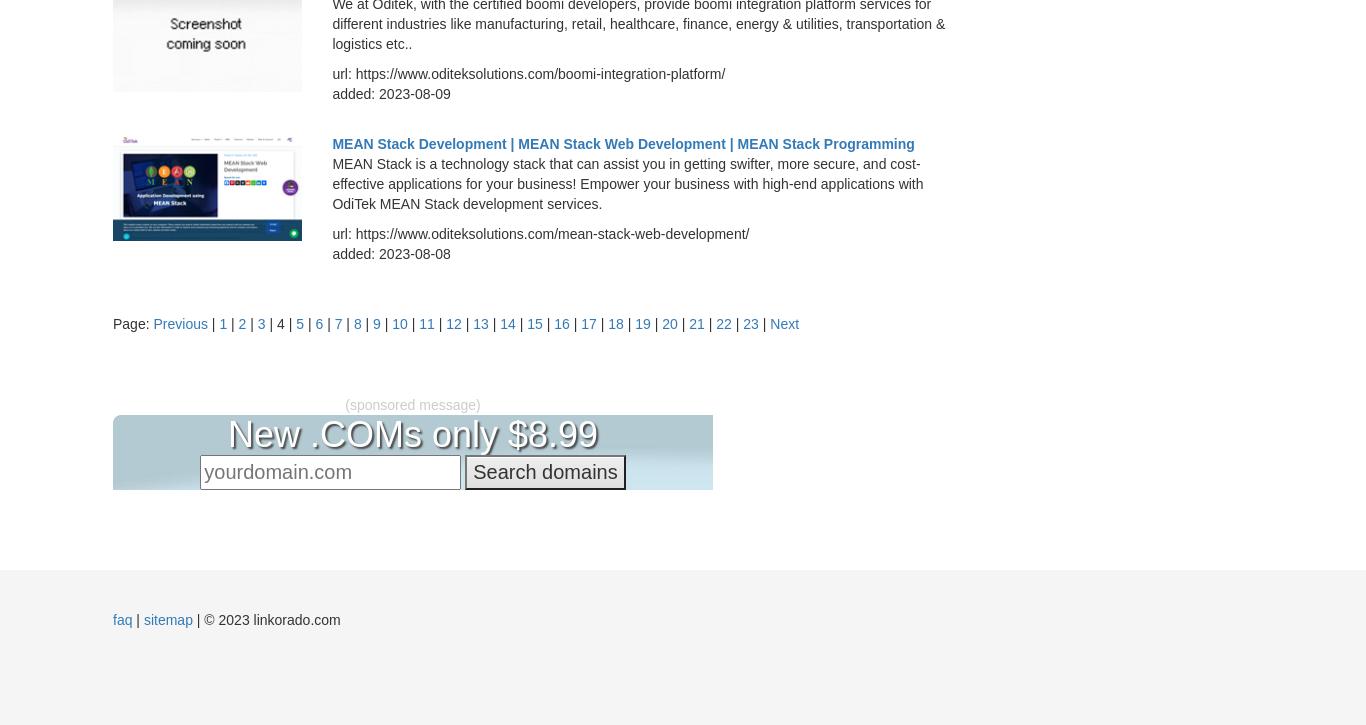  What do you see at coordinates (622, 142) in the screenshot?
I see `'MEAN Stack Development | MEAN Stack Web Development | MEAN Stack Programming'` at bounding box center [622, 142].